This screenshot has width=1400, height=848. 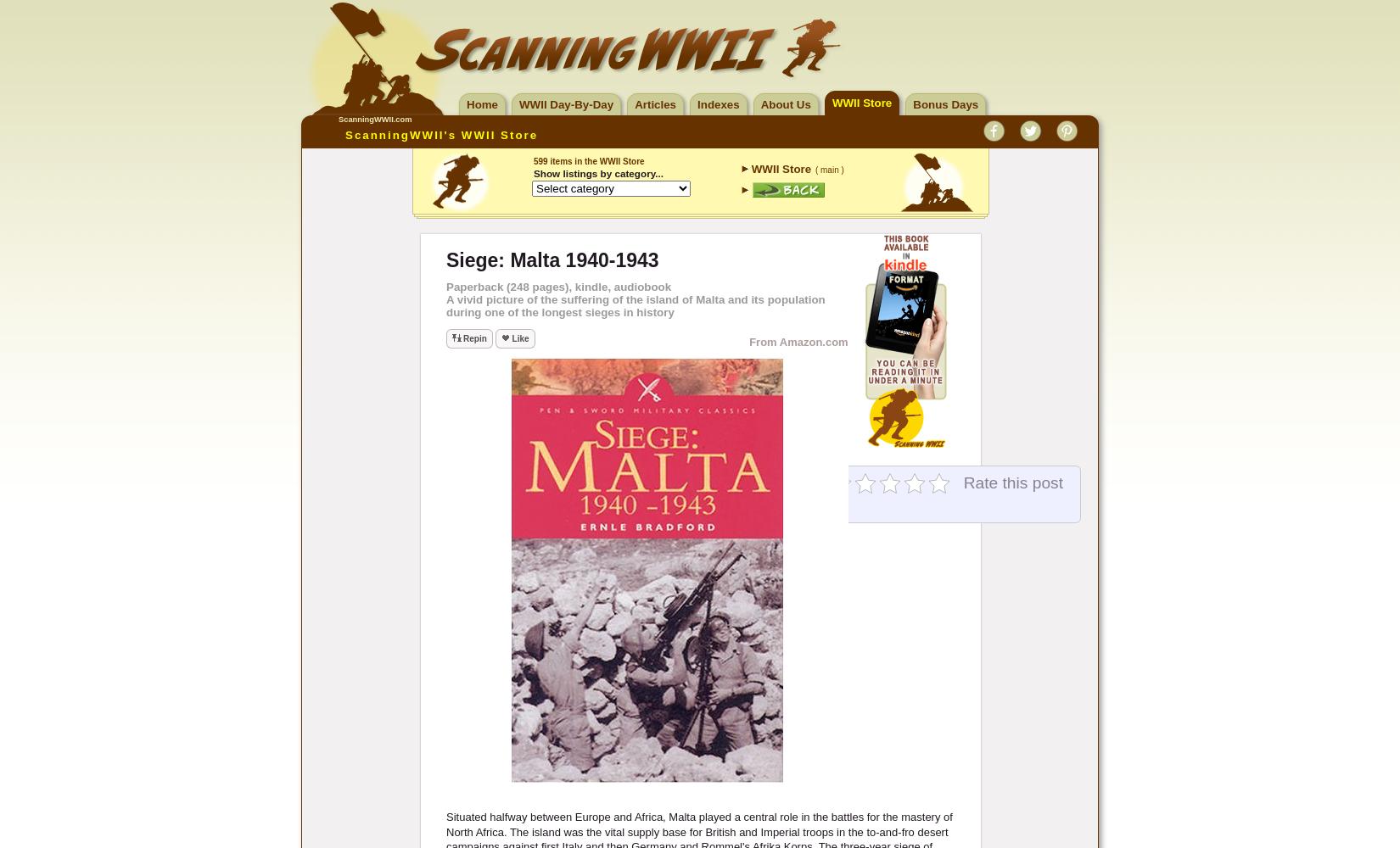 I want to click on 'WWII Store', so click(x=751, y=168).